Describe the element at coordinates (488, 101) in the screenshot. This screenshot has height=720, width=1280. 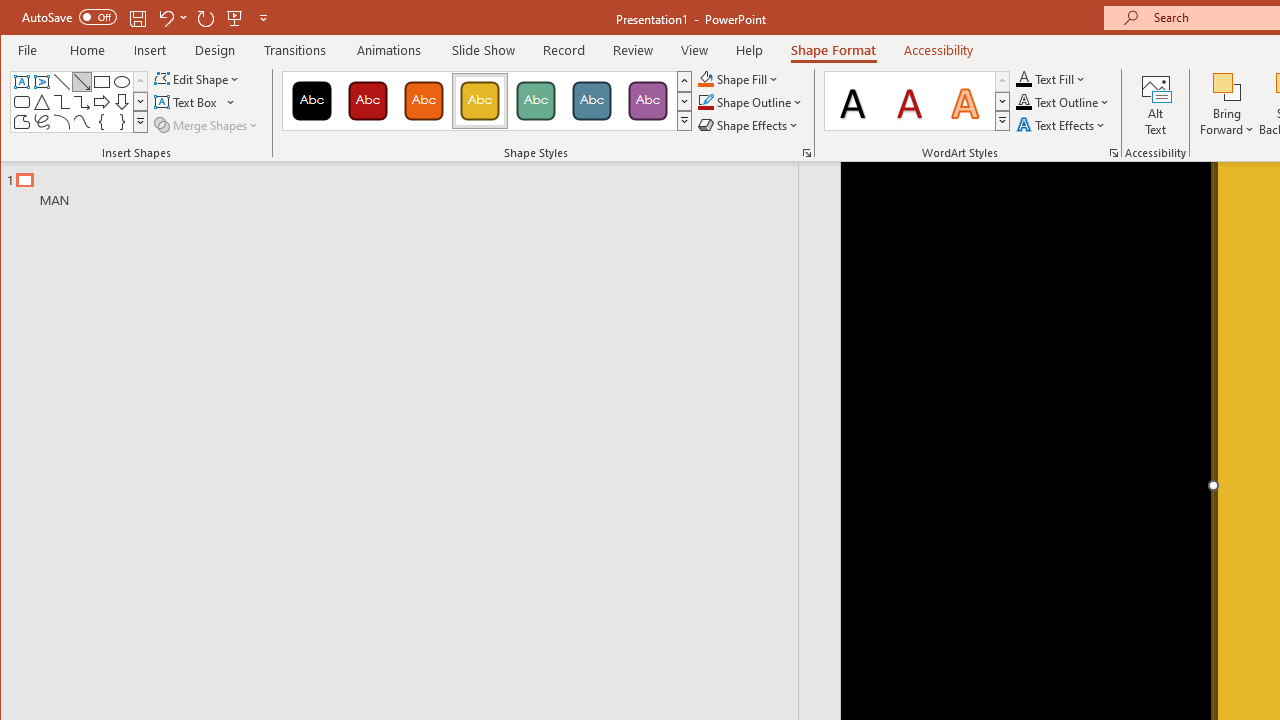
I see `'AutomationID: ShapeStylesGallery'` at that location.